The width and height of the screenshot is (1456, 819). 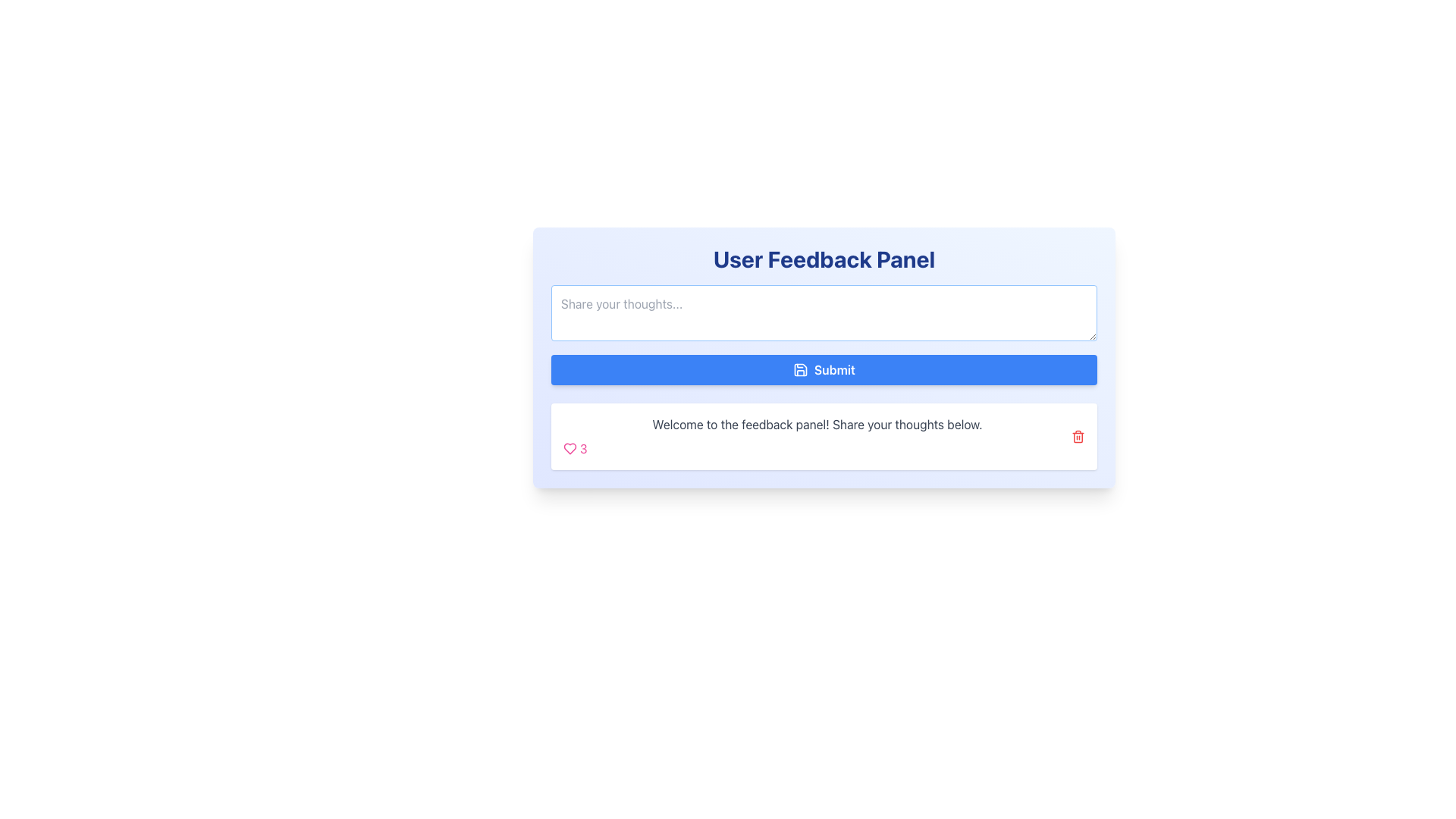 I want to click on the heart icon located towards the bottom of the feedback panel, adjacent to the text 'Welcome to the feedback panel! Share your thoughts below.' and to the left of the numeral three, so click(x=570, y=447).